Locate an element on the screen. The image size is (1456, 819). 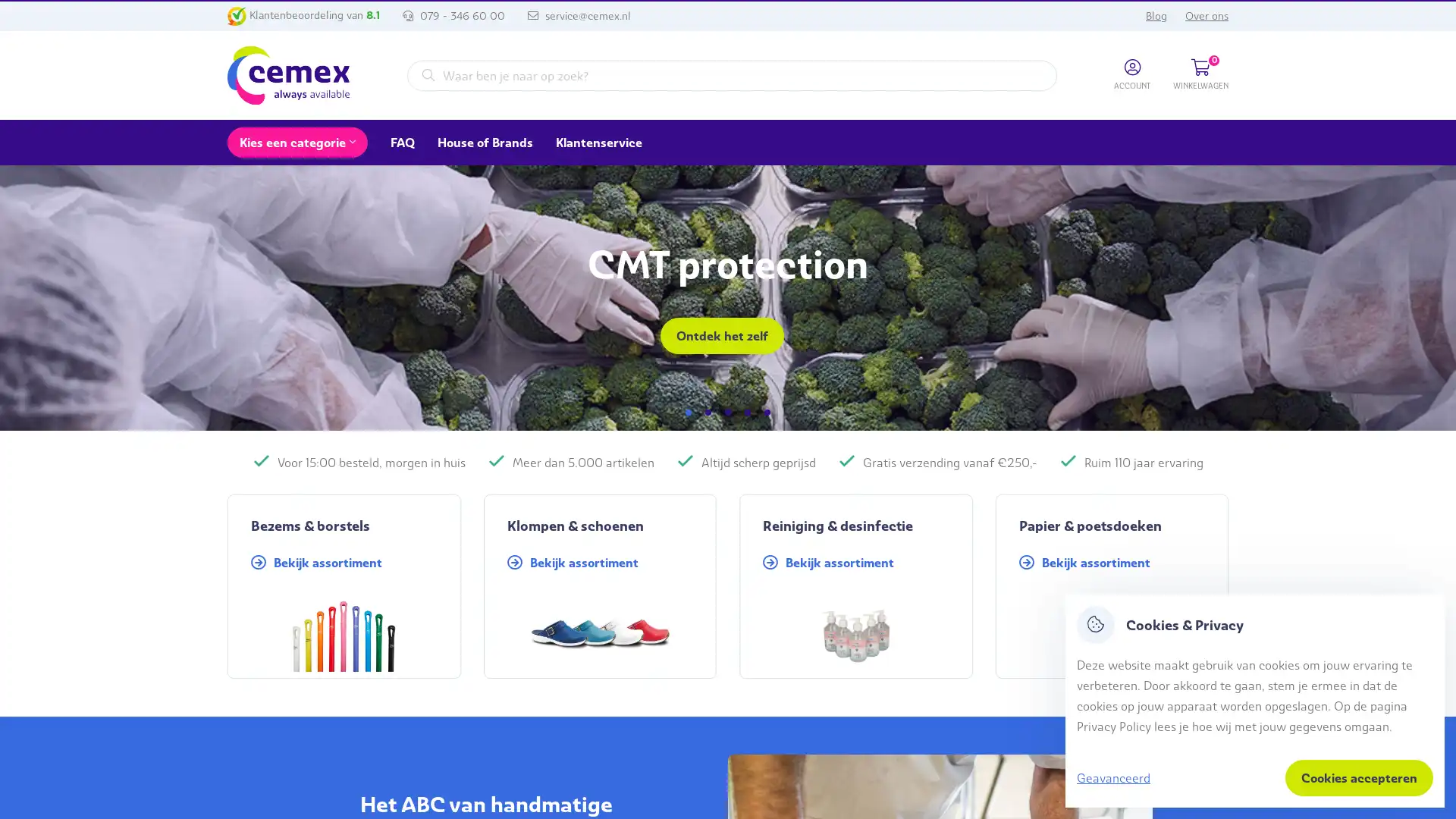
Cookies accepteren is located at coordinates (1359, 778).